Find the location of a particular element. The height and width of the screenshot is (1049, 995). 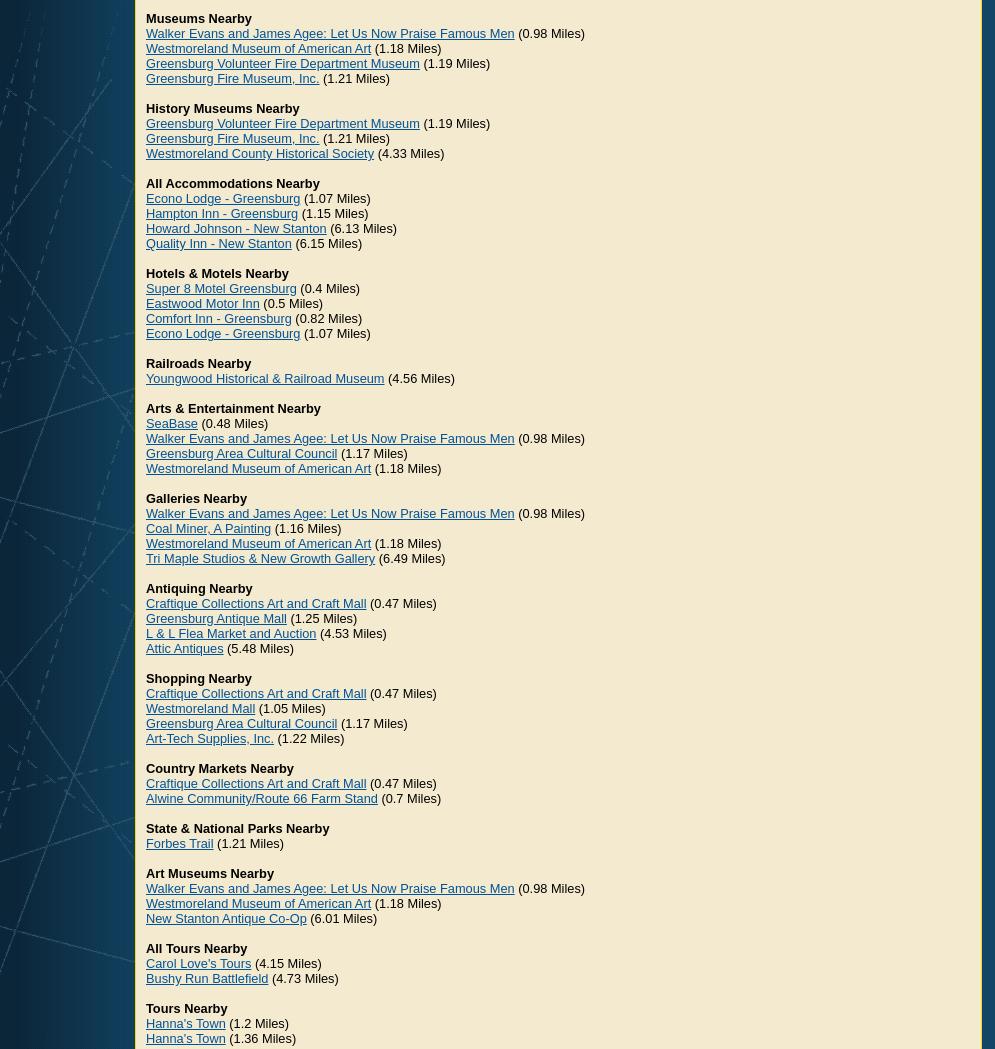

'New Stanton Antique Co-Op' is located at coordinates (224, 917).